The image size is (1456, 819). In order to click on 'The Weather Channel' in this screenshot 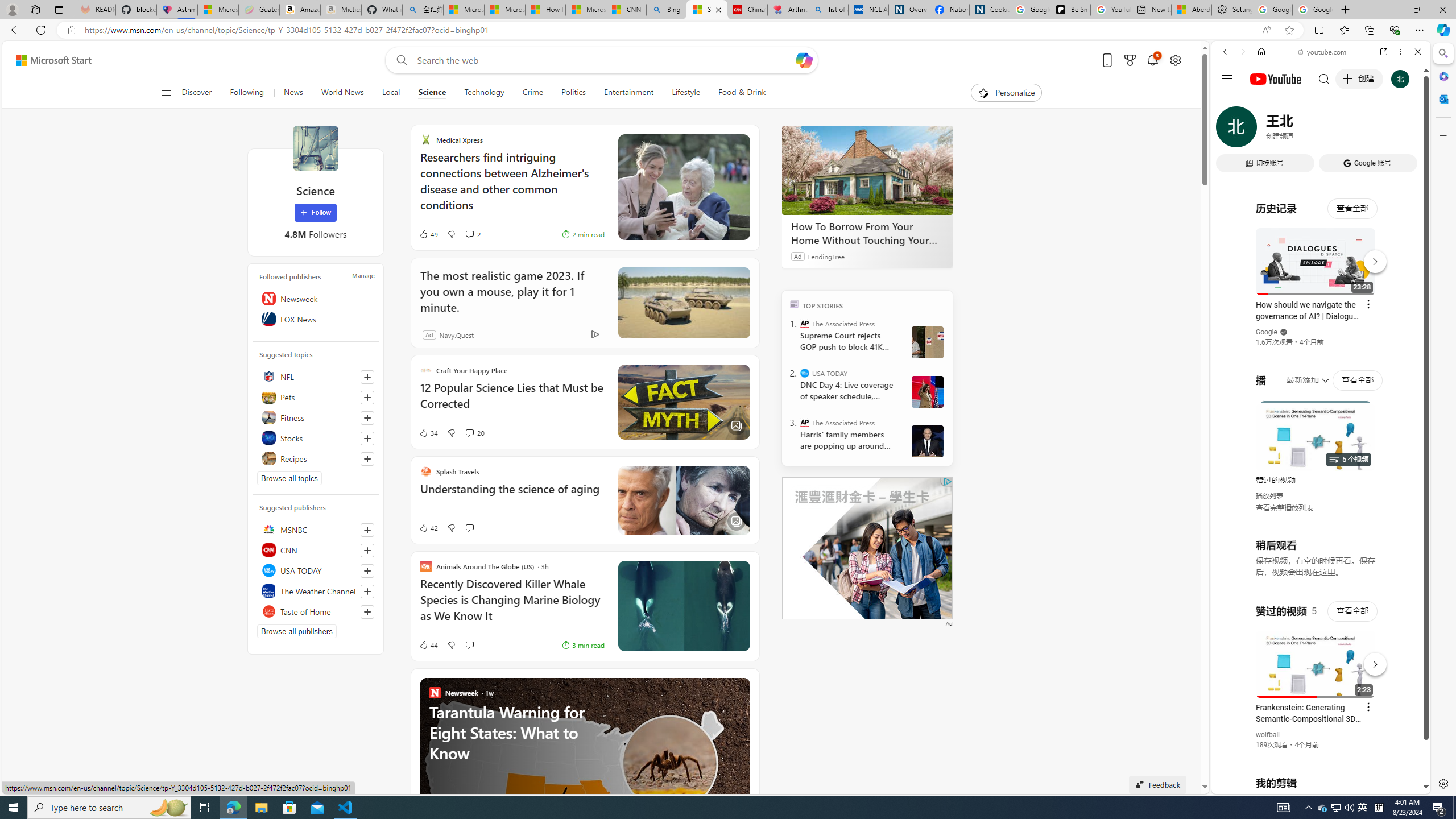, I will do `click(315, 590)`.